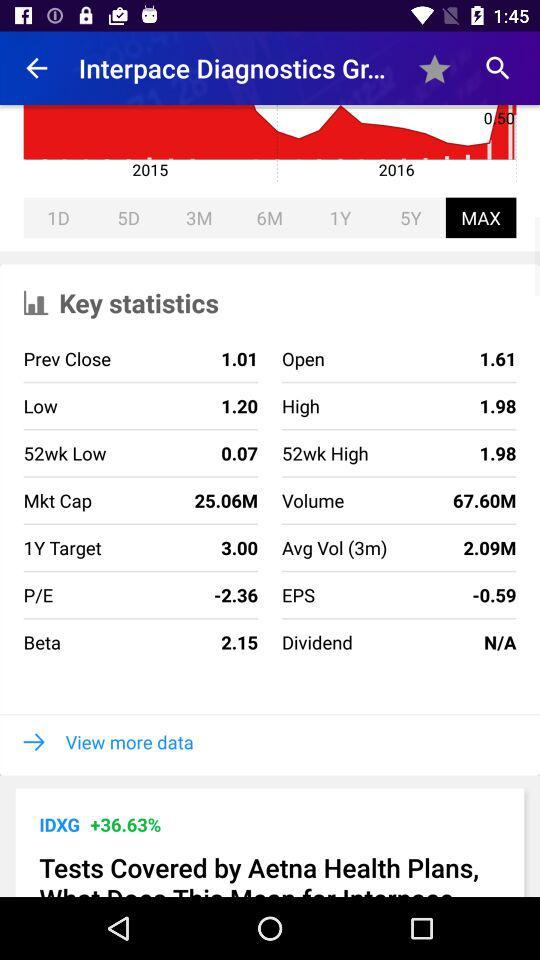  Describe the element at coordinates (325, 453) in the screenshot. I see `the 52wk high icon` at that location.